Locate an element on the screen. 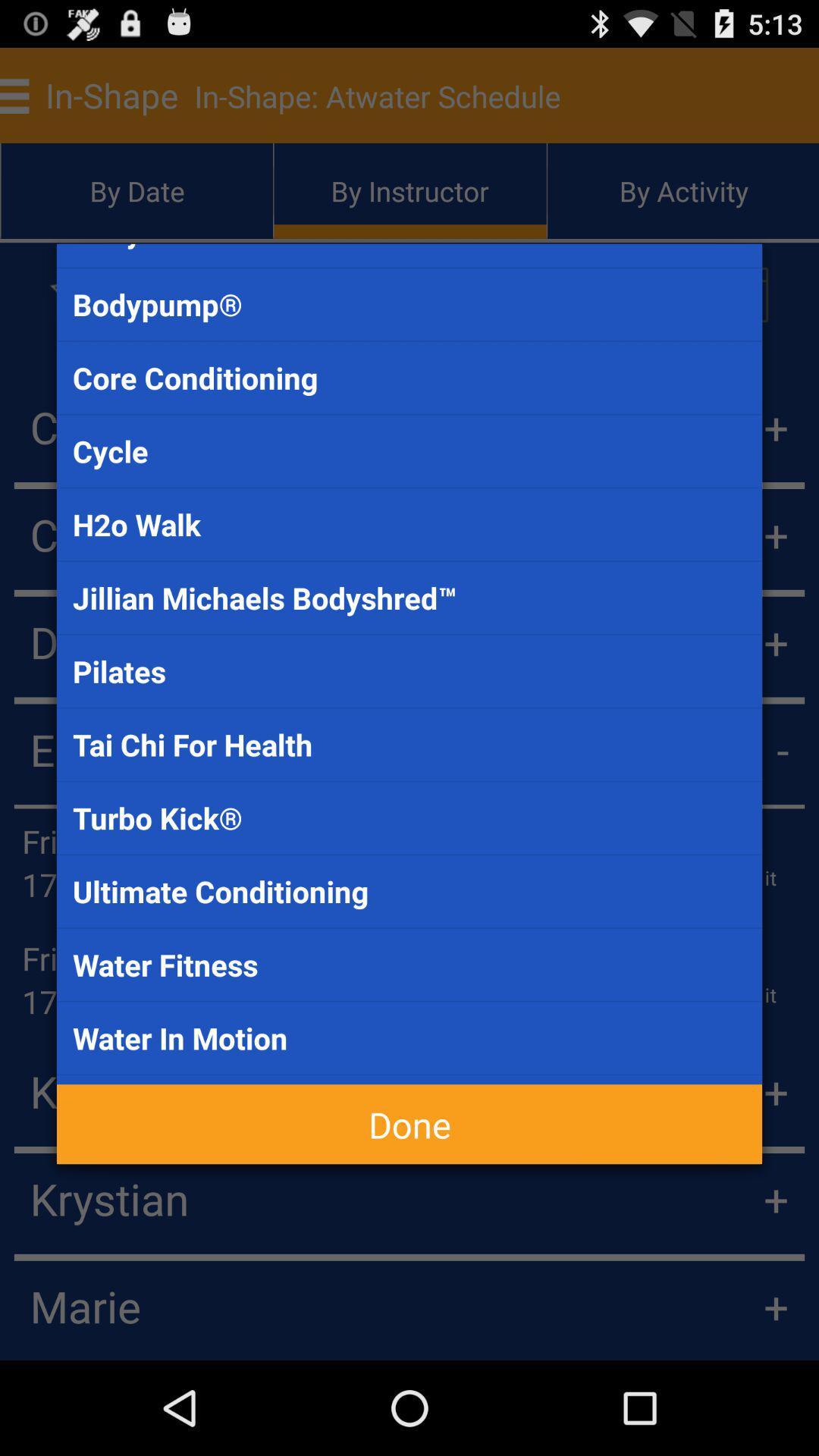 The width and height of the screenshot is (819, 1456). the core conditioning icon is located at coordinates (409, 378).